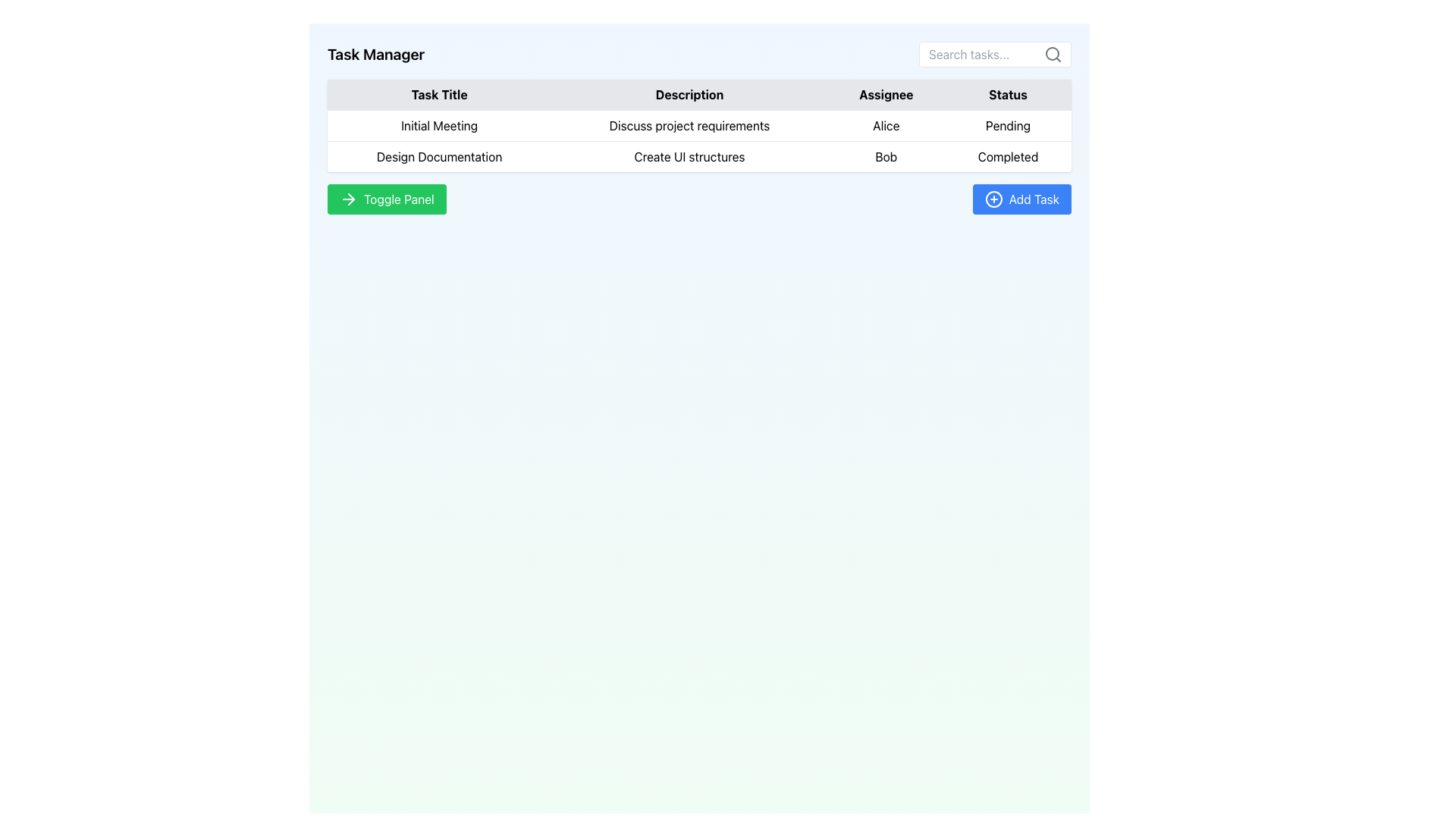 This screenshot has height=819, width=1456. I want to click on text content of the table cell displaying 'Create UI structures' located in the second row under the 'Description' column, so click(689, 156).